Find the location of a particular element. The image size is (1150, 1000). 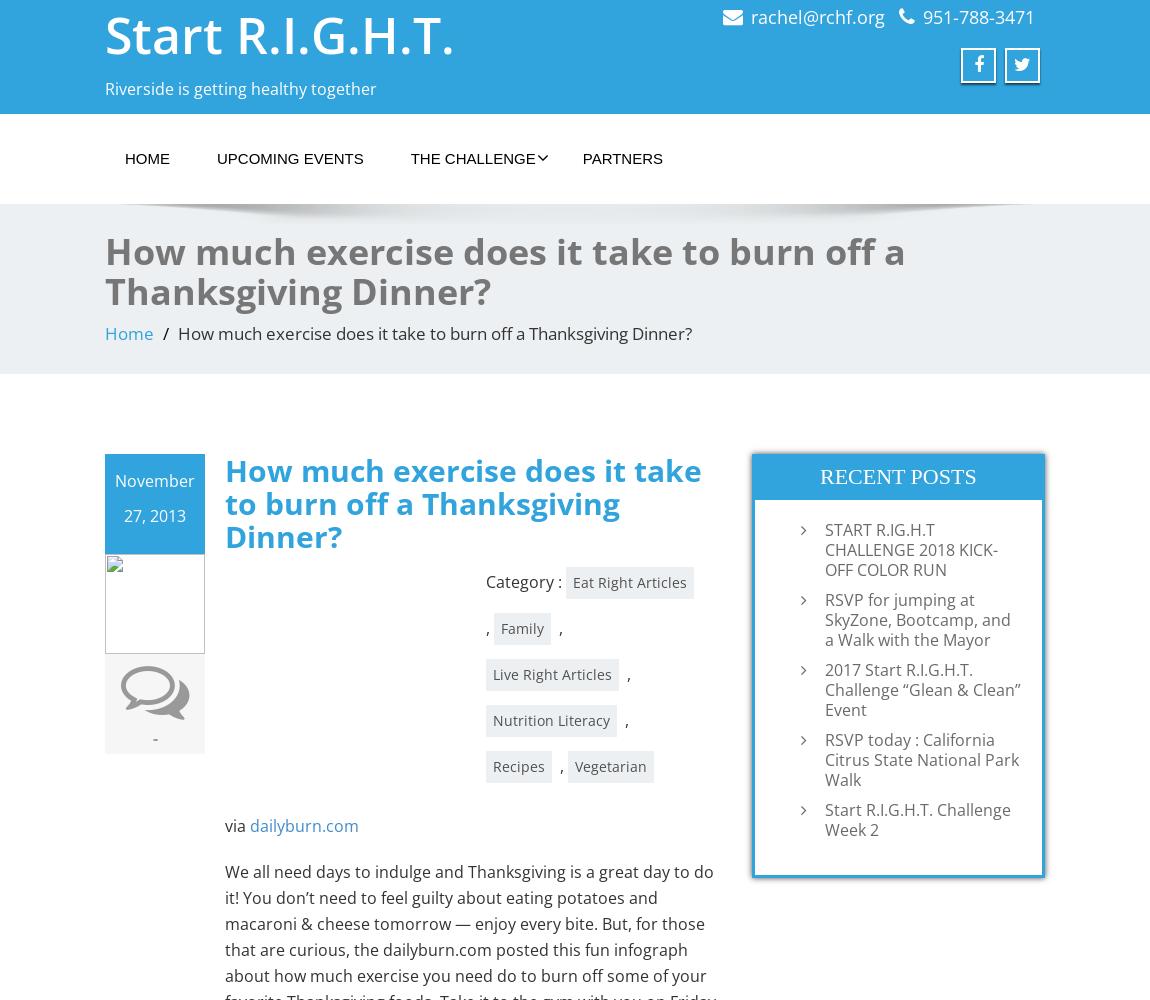

'November 27, 2013' is located at coordinates (154, 496).